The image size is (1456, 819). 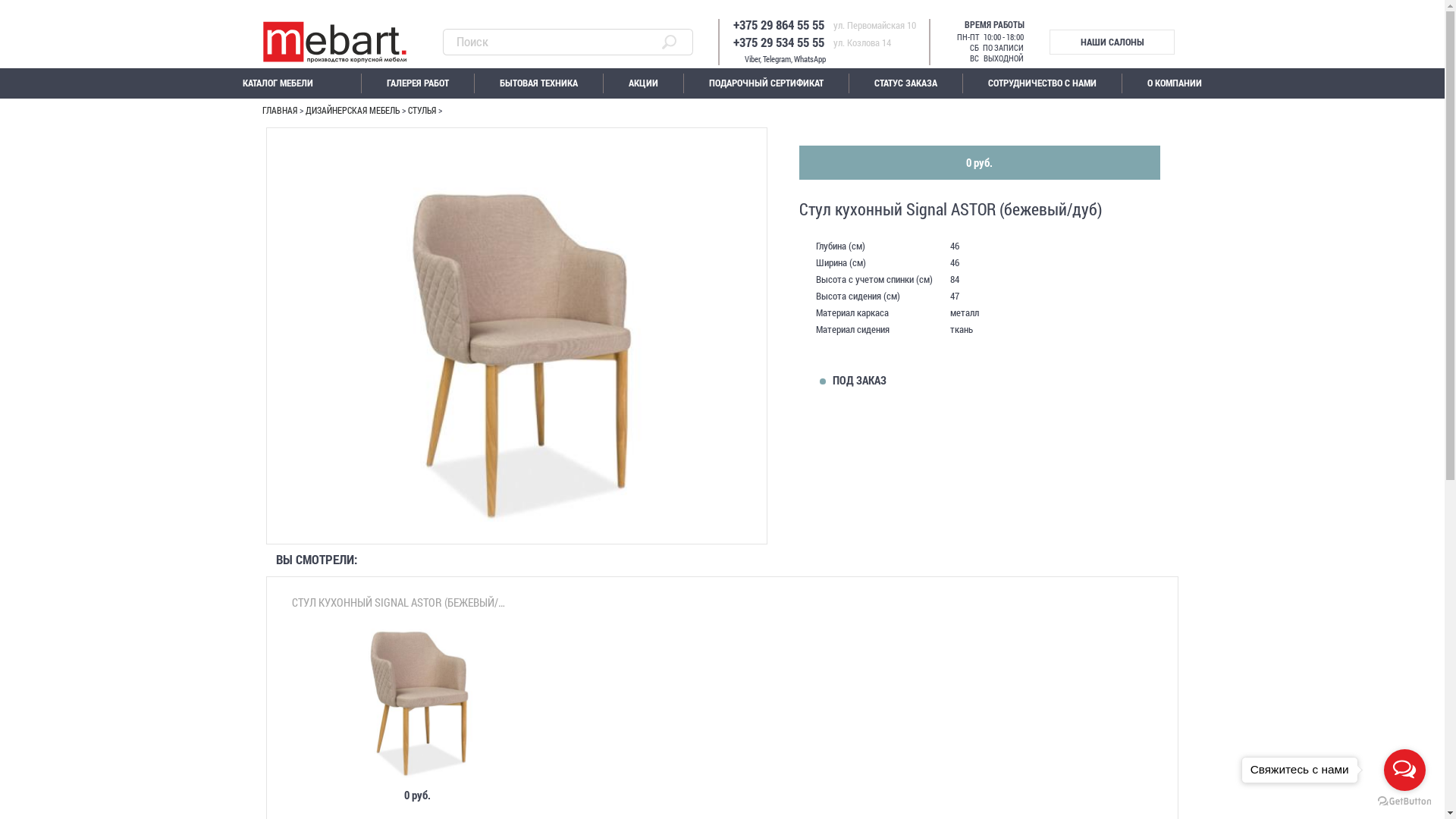 What do you see at coordinates (707, 22) in the screenshot?
I see `'+375 29 864 55 55'` at bounding box center [707, 22].